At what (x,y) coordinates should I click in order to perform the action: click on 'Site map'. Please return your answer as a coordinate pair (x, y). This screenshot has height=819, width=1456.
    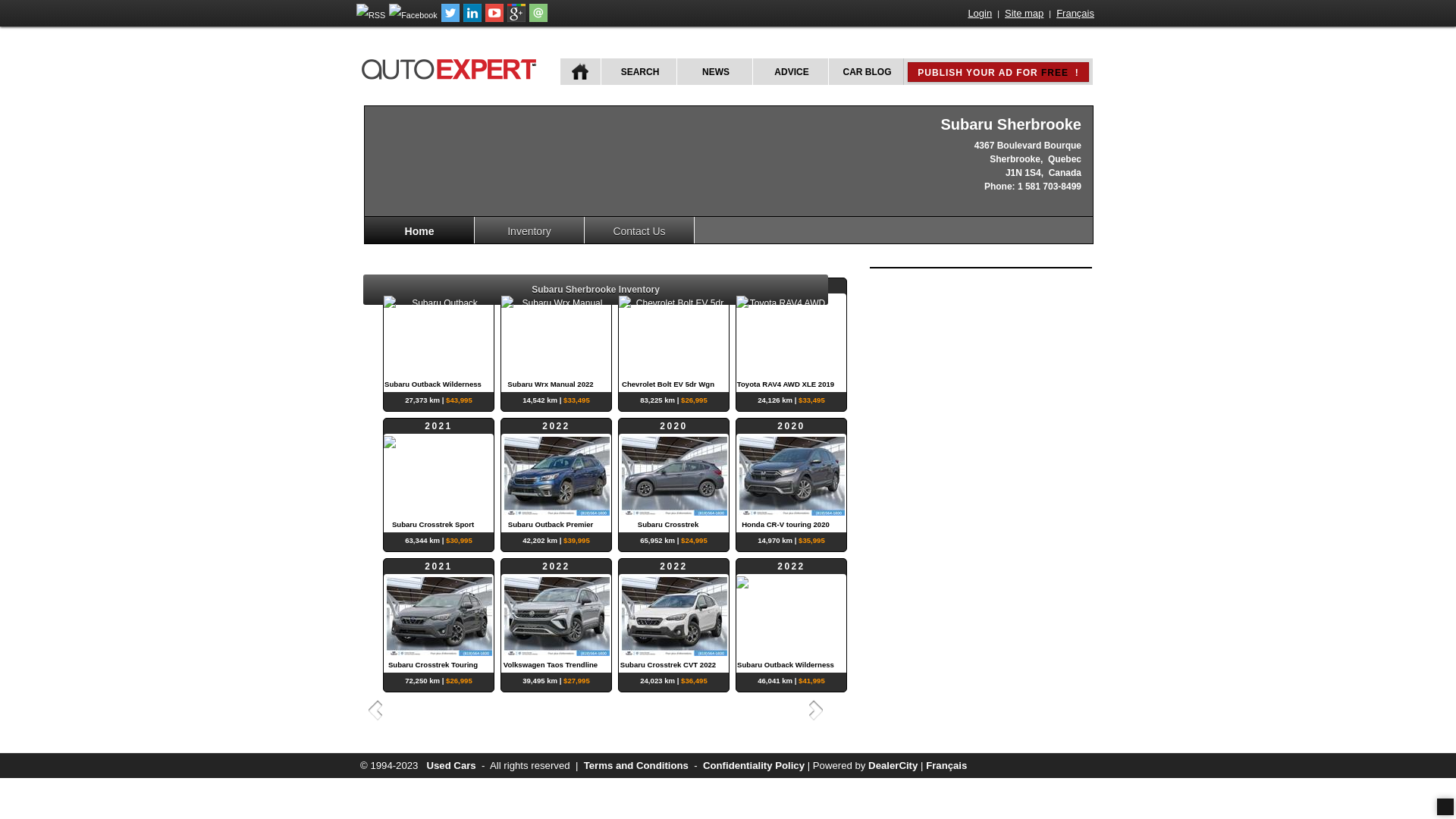
    Looking at the image, I should click on (1024, 13).